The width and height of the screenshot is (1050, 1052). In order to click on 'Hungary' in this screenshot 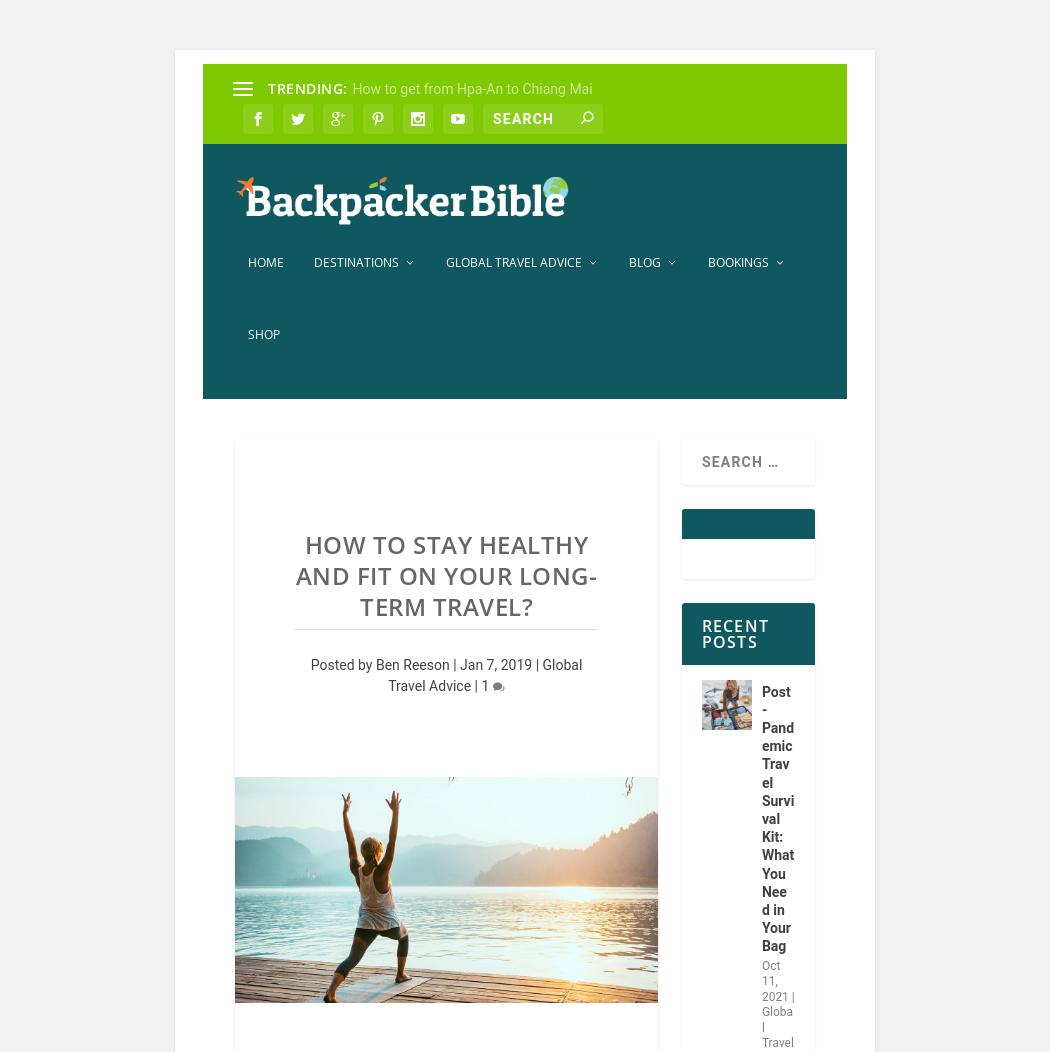, I will do `click(242, 584)`.